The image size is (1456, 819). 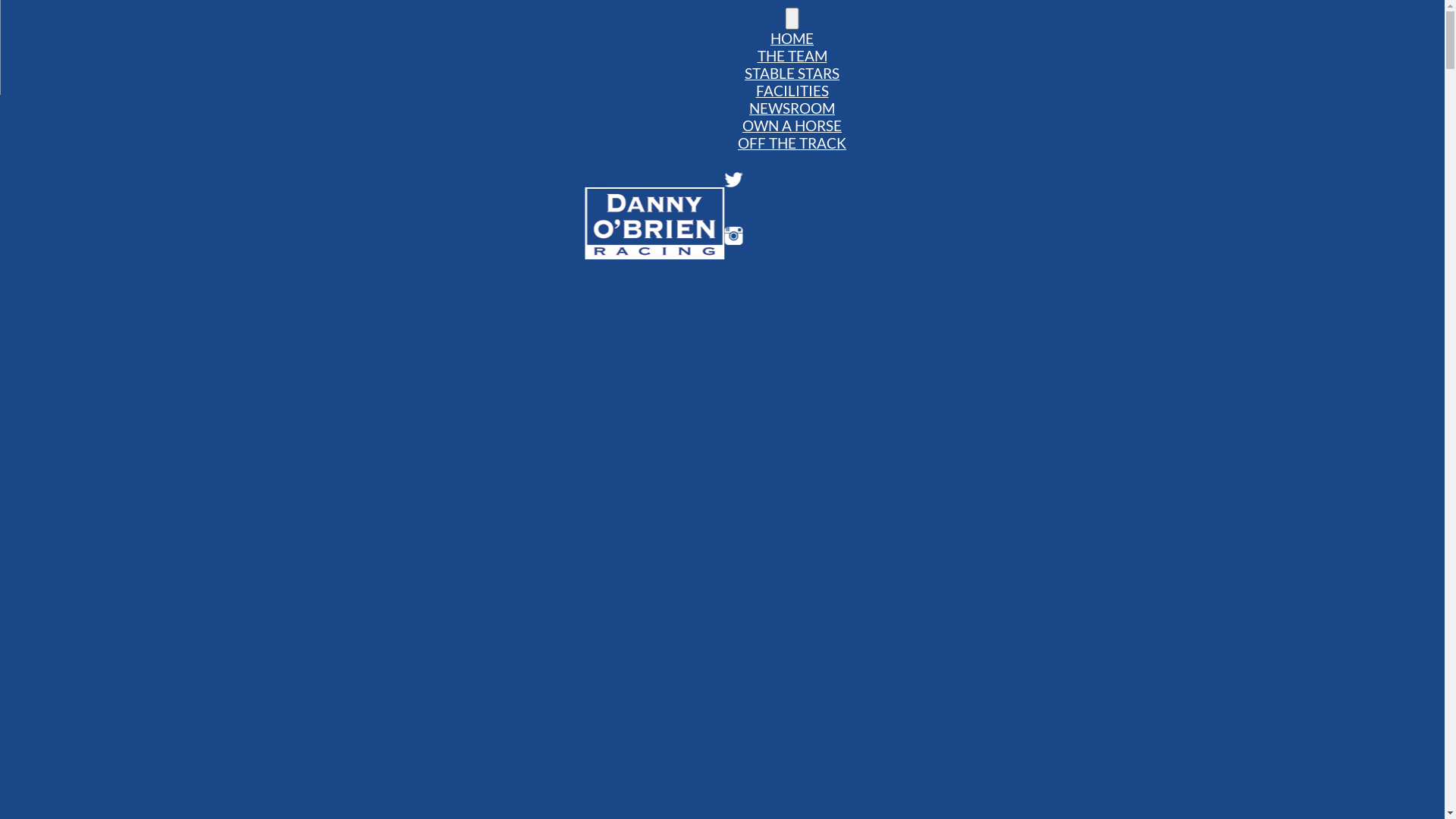 I want to click on 'OFF THE TRACK', so click(x=791, y=143).